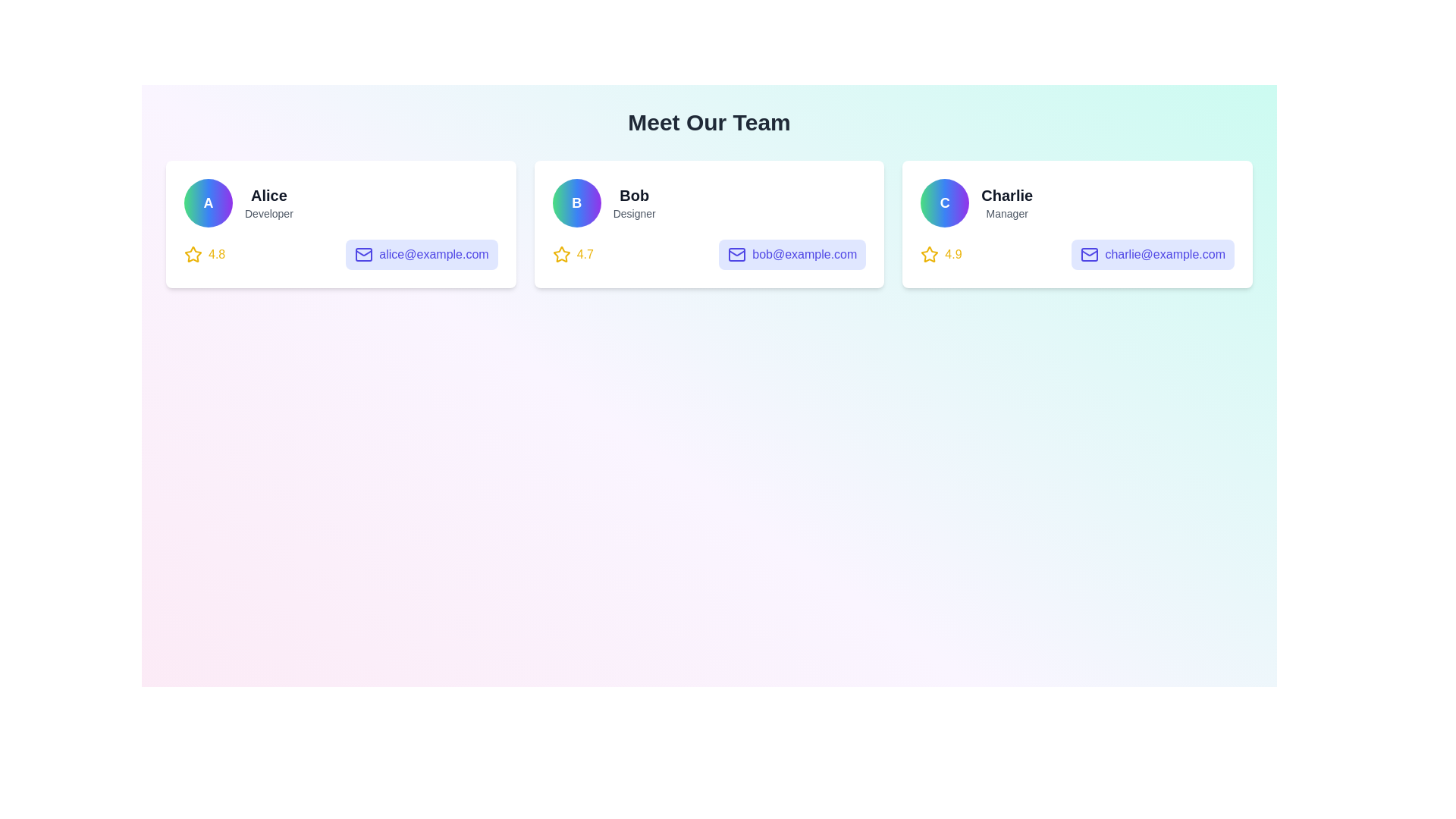 Image resolution: width=1456 pixels, height=819 pixels. Describe the element at coordinates (560, 253) in the screenshot. I see `the rating star icon located in the top-left corner of Bob's card to interact with the associated rating features` at that location.